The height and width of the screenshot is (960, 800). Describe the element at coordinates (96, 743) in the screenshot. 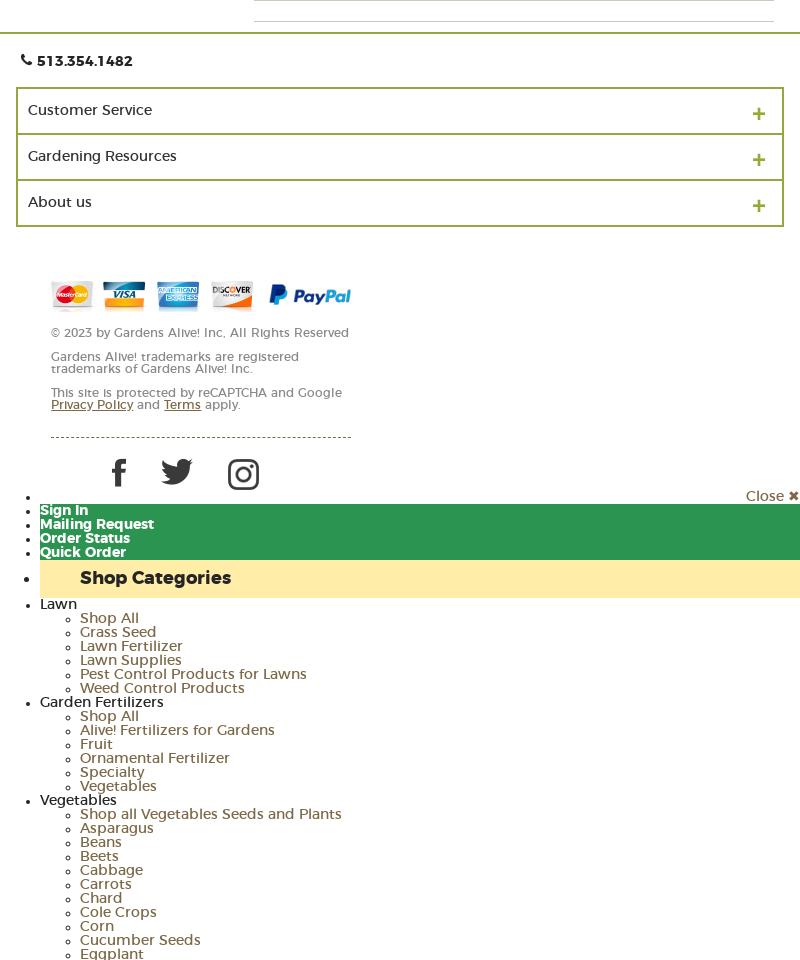

I see `'Fruit'` at that location.